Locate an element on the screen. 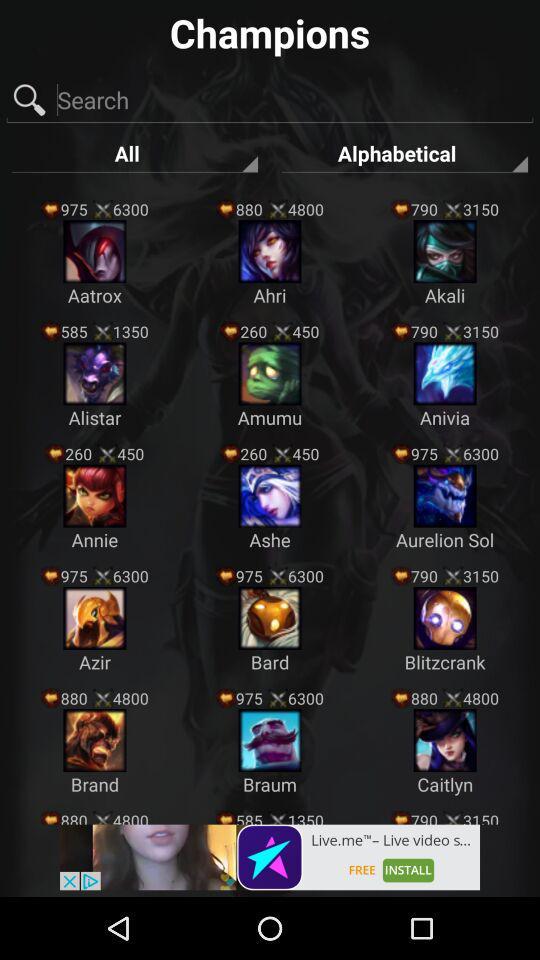 This screenshot has width=540, height=960. advertisement banner is located at coordinates (270, 856).